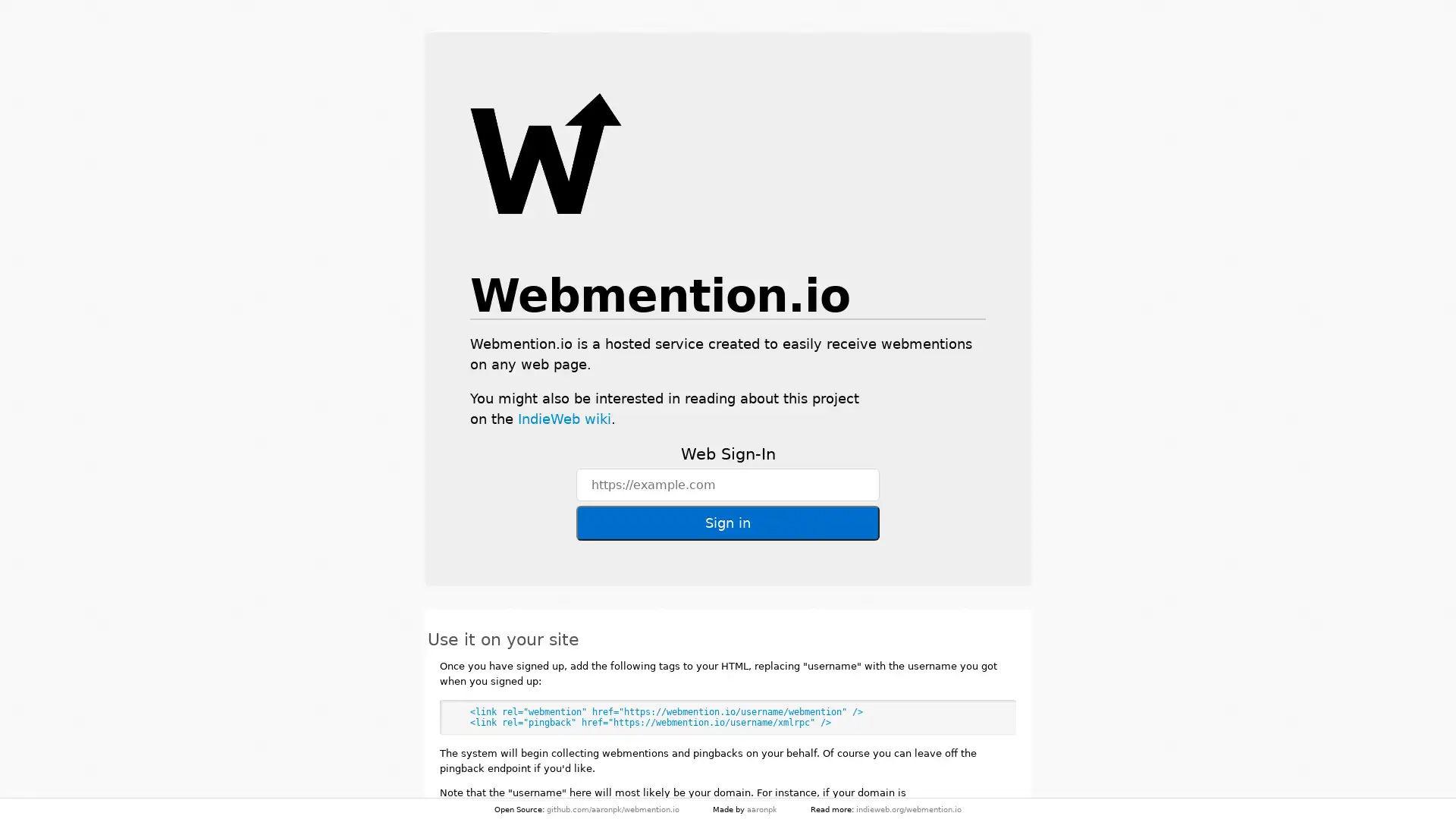 The height and width of the screenshot is (819, 1456). Describe the element at coordinates (728, 522) in the screenshot. I see `Sign in` at that location.